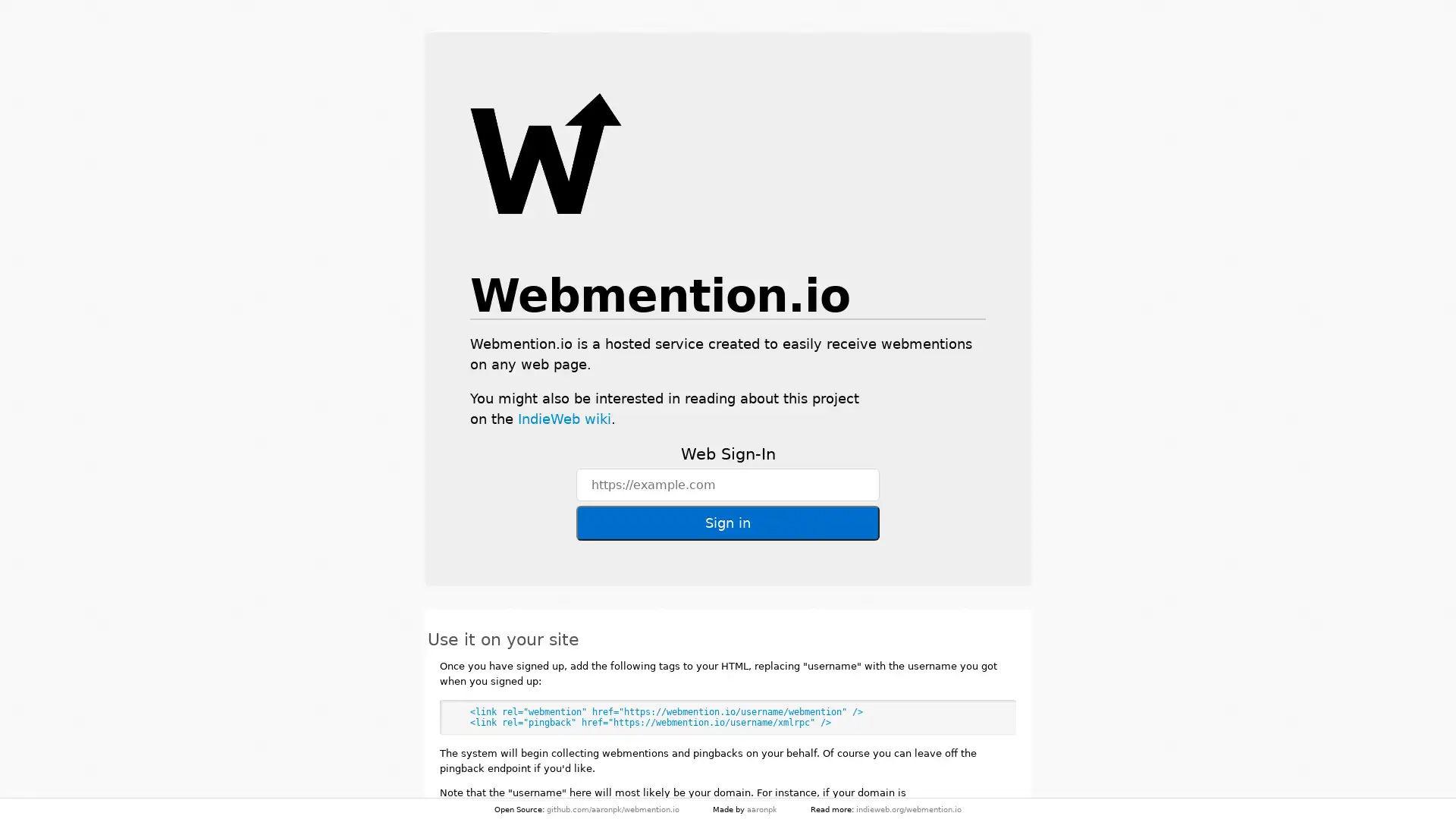 The height and width of the screenshot is (819, 1456). Describe the element at coordinates (728, 522) in the screenshot. I see `Sign in` at that location.